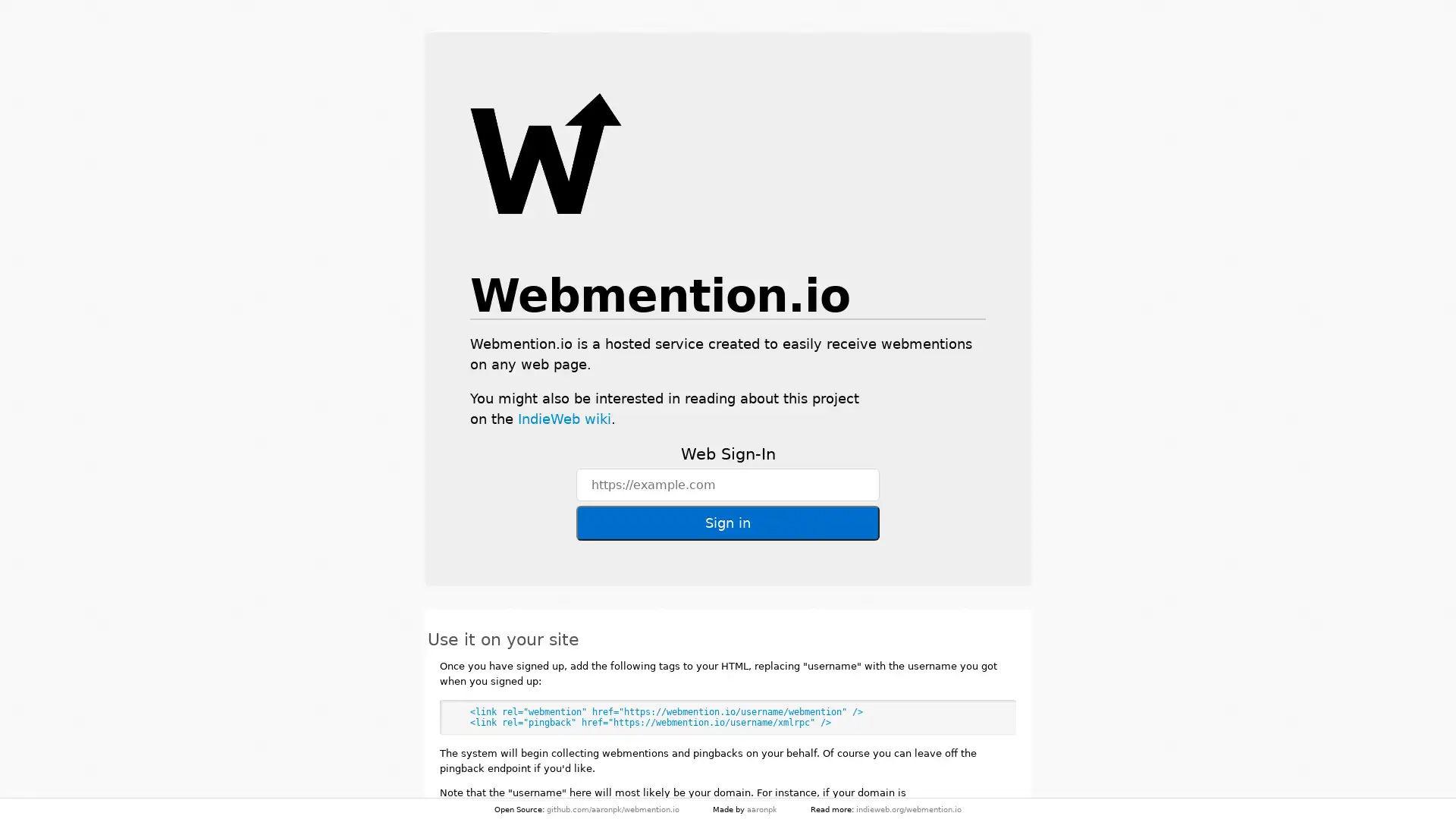 The height and width of the screenshot is (819, 1456). Describe the element at coordinates (728, 522) in the screenshot. I see `Sign in` at that location.